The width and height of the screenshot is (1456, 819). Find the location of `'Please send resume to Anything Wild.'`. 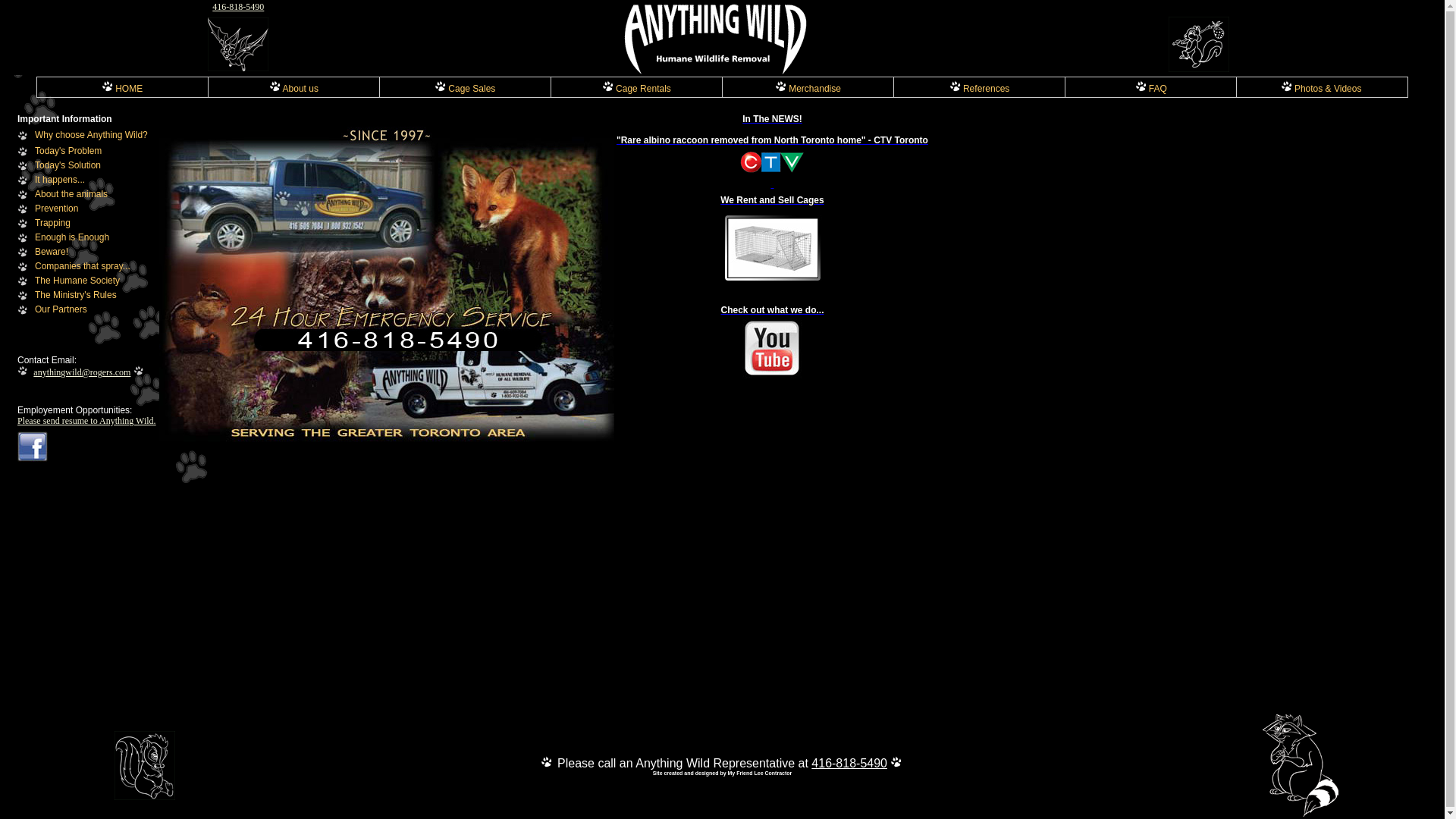

'Please send resume to Anything Wild.' is located at coordinates (86, 421).